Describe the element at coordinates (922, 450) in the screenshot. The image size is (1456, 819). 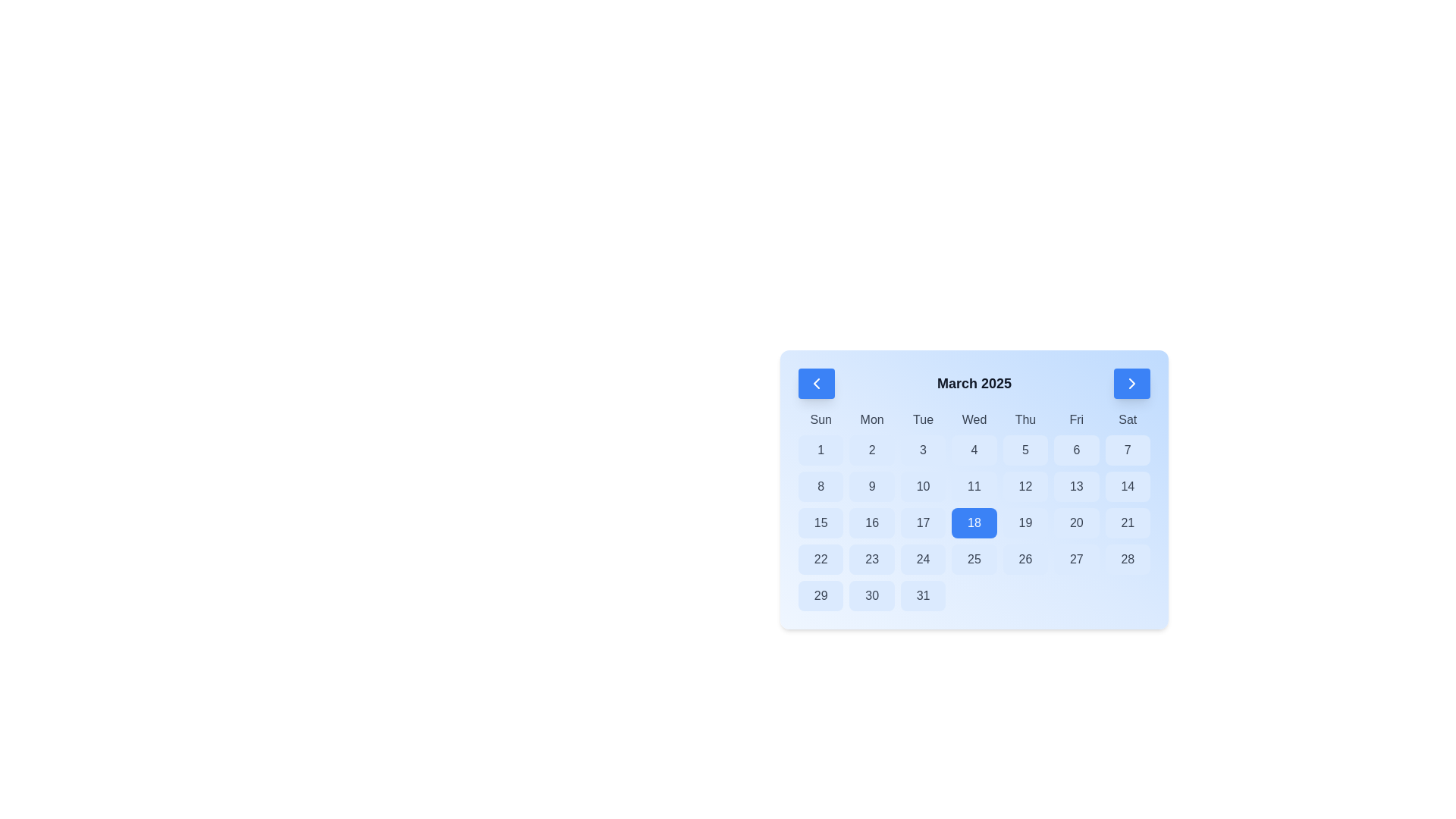
I see `the square button with rounded corners and a light blue background that contains the number '3' in bold, dark text, located in the top row of the calendar interface under the day label 'Tue'` at that location.